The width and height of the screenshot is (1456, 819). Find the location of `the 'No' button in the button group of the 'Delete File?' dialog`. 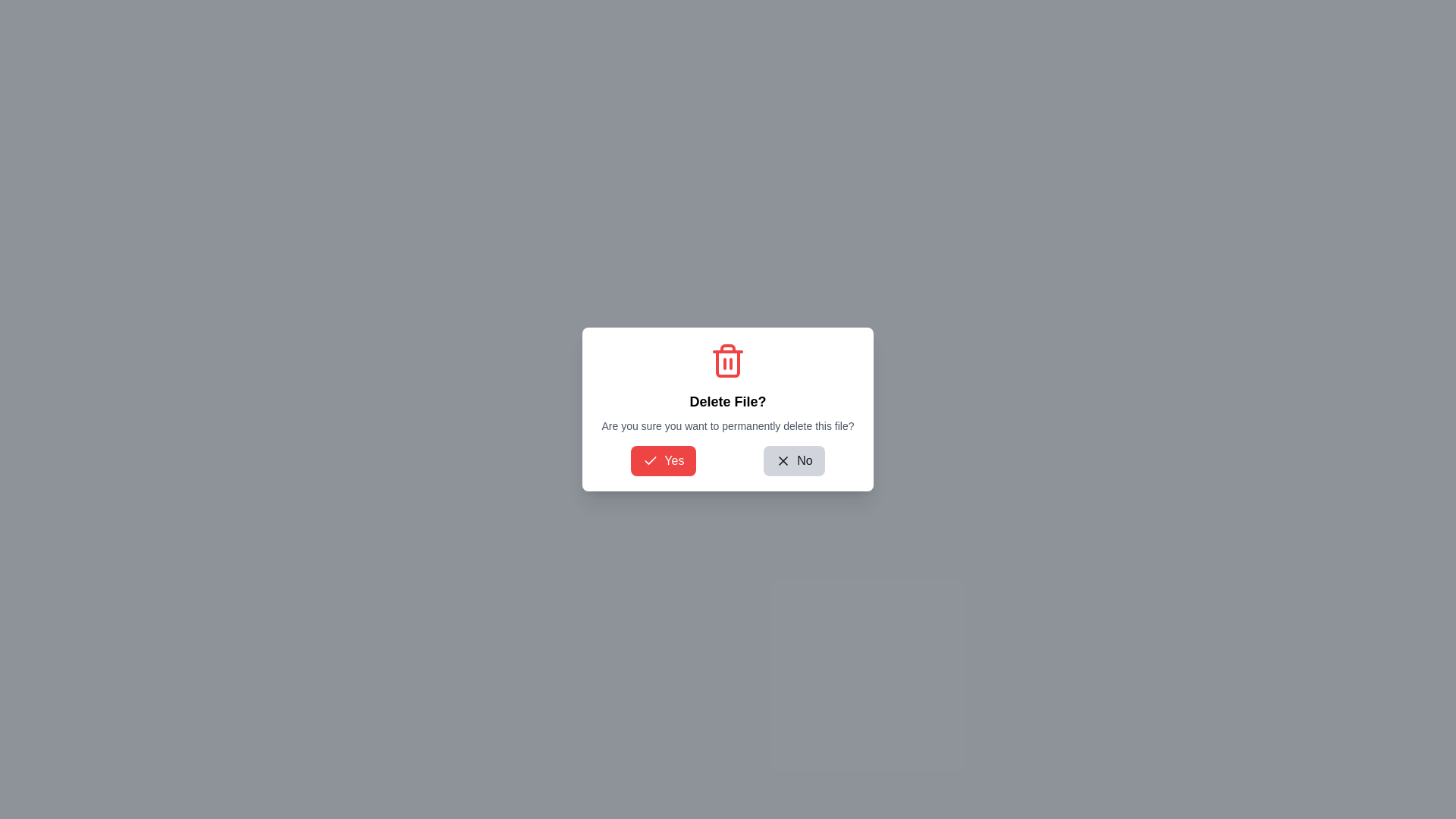

the 'No' button in the button group of the 'Delete File?' dialog is located at coordinates (728, 460).